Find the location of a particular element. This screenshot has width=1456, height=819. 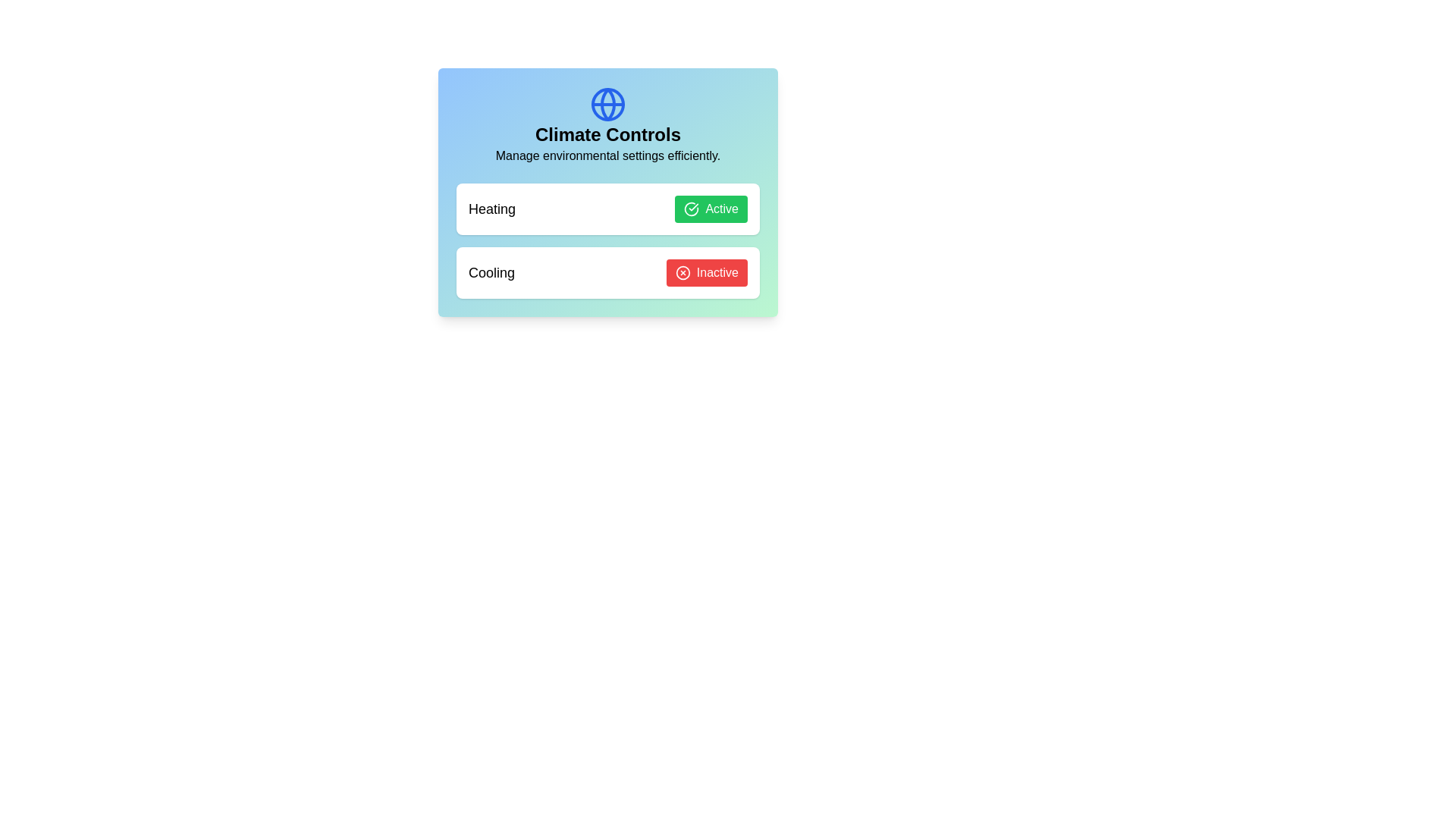

the 'Heating' button to toggle its state is located at coordinates (711, 209).